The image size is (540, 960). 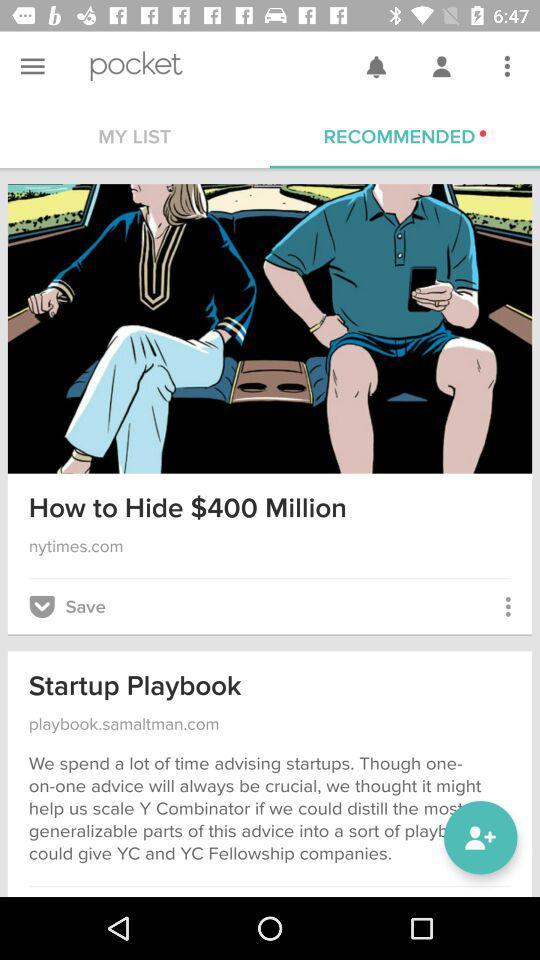 I want to click on the first icon at the top right corner, so click(x=376, y=66).